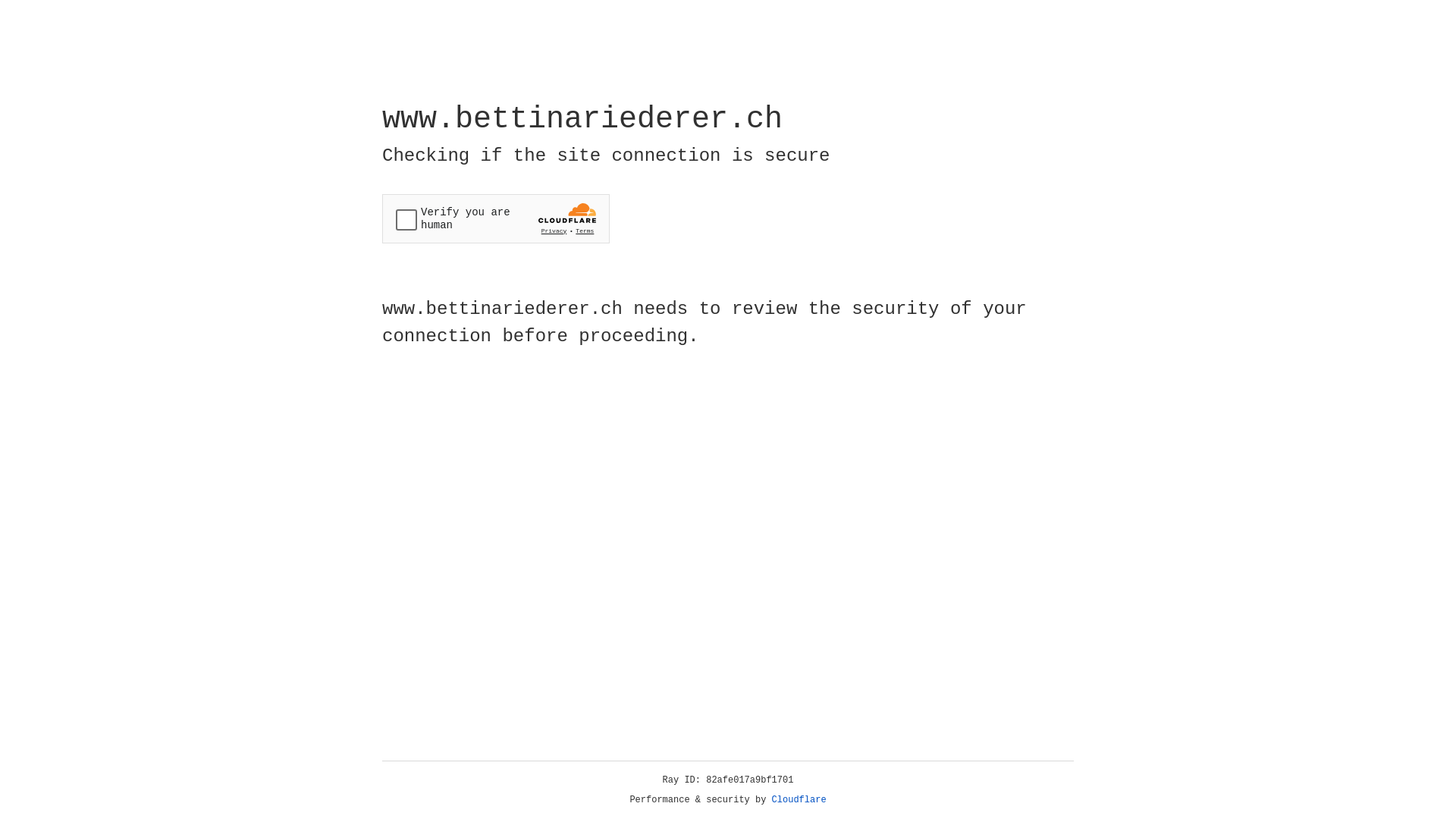 Image resolution: width=1456 pixels, height=819 pixels. What do you see at coordinates (799, 799) in the screenshot?
I see `'Cloudflare'` at bounding box center [799, 799].